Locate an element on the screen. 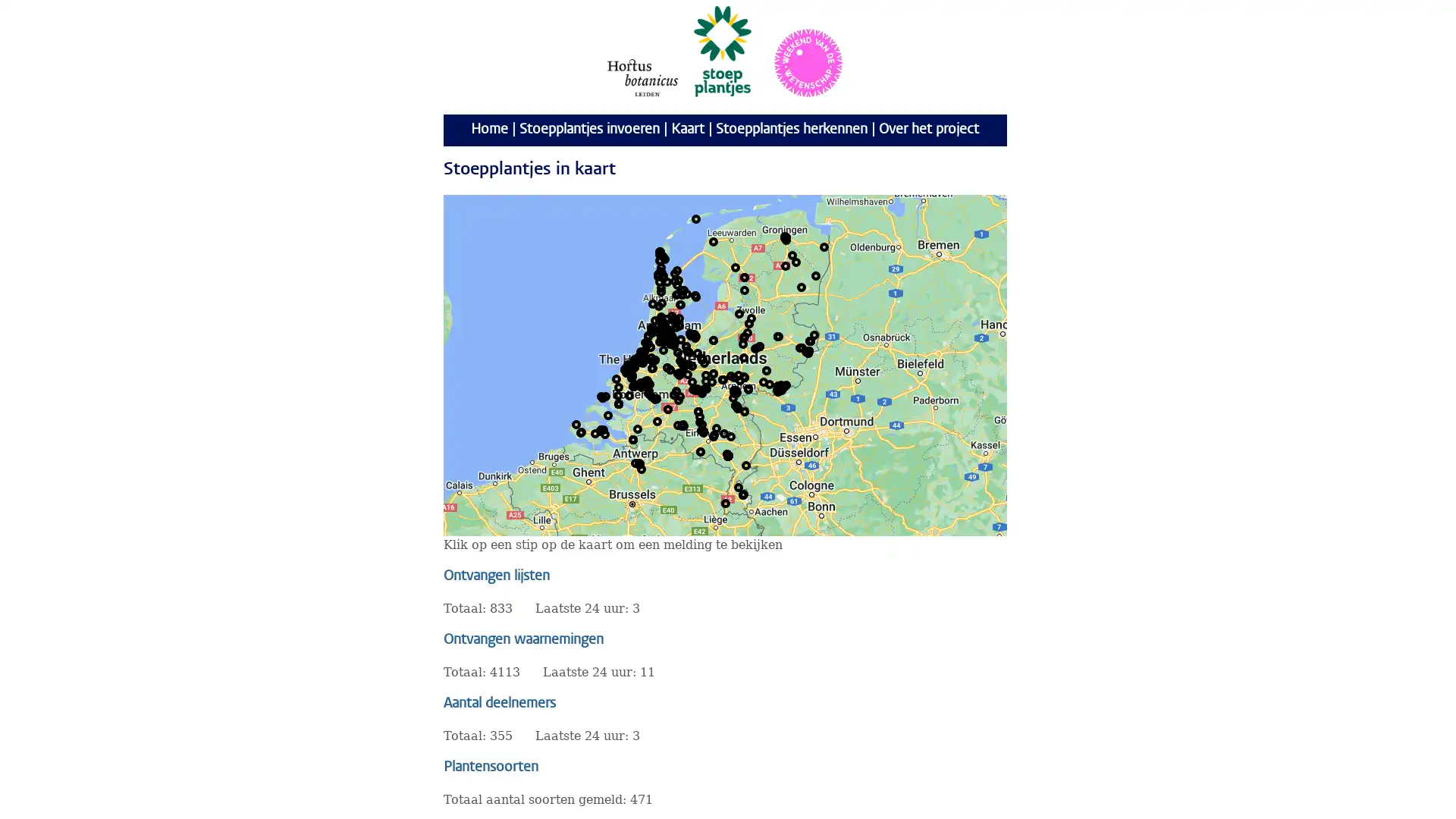 Image resolution: width=1456 pixels, height=819 pixels. Telling van Gaby op 05 februari 2022 is located at coordinates (734, 376).